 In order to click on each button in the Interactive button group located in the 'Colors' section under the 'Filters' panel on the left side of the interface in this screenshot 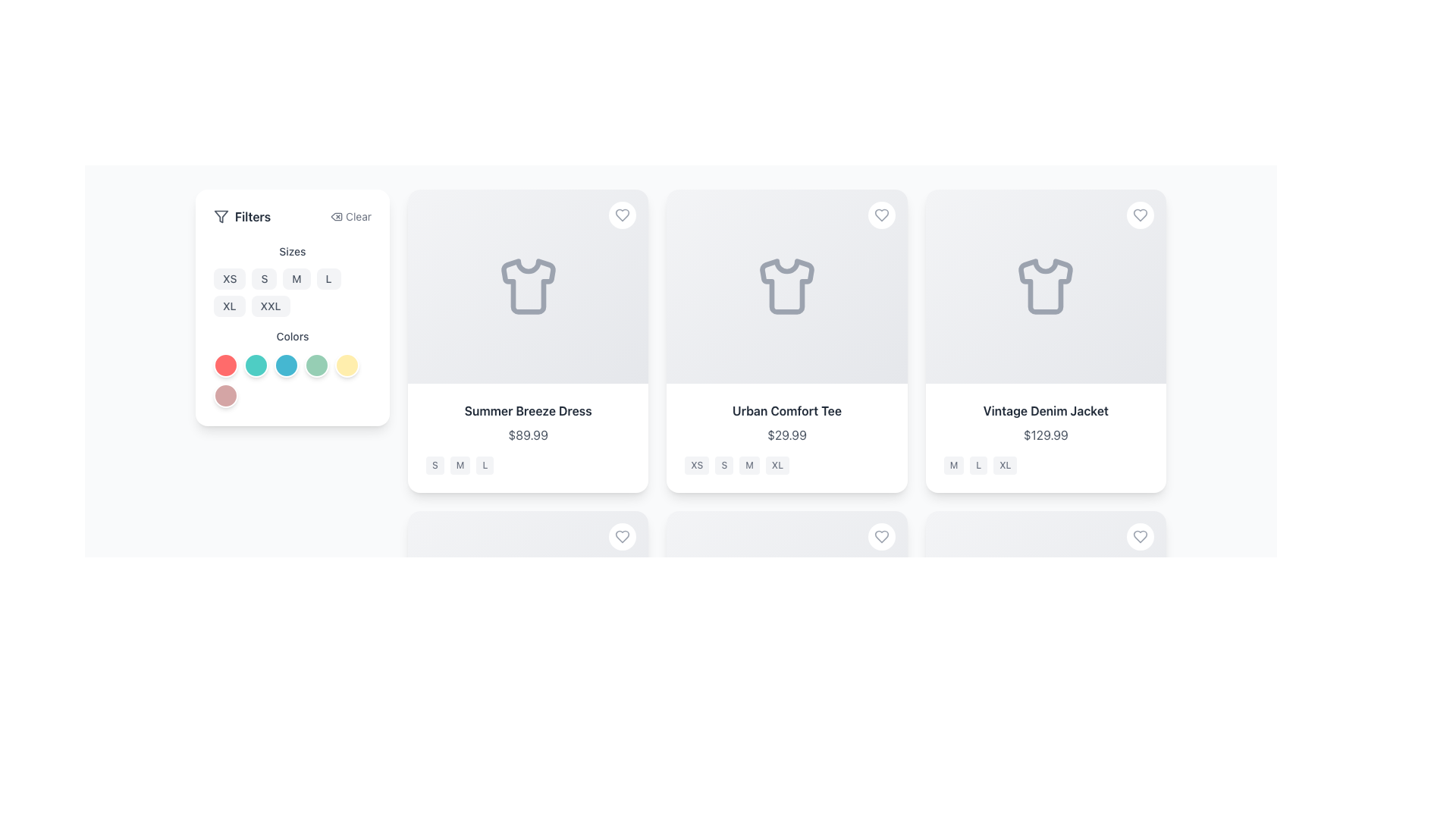, I will do `click(292, 379)`.